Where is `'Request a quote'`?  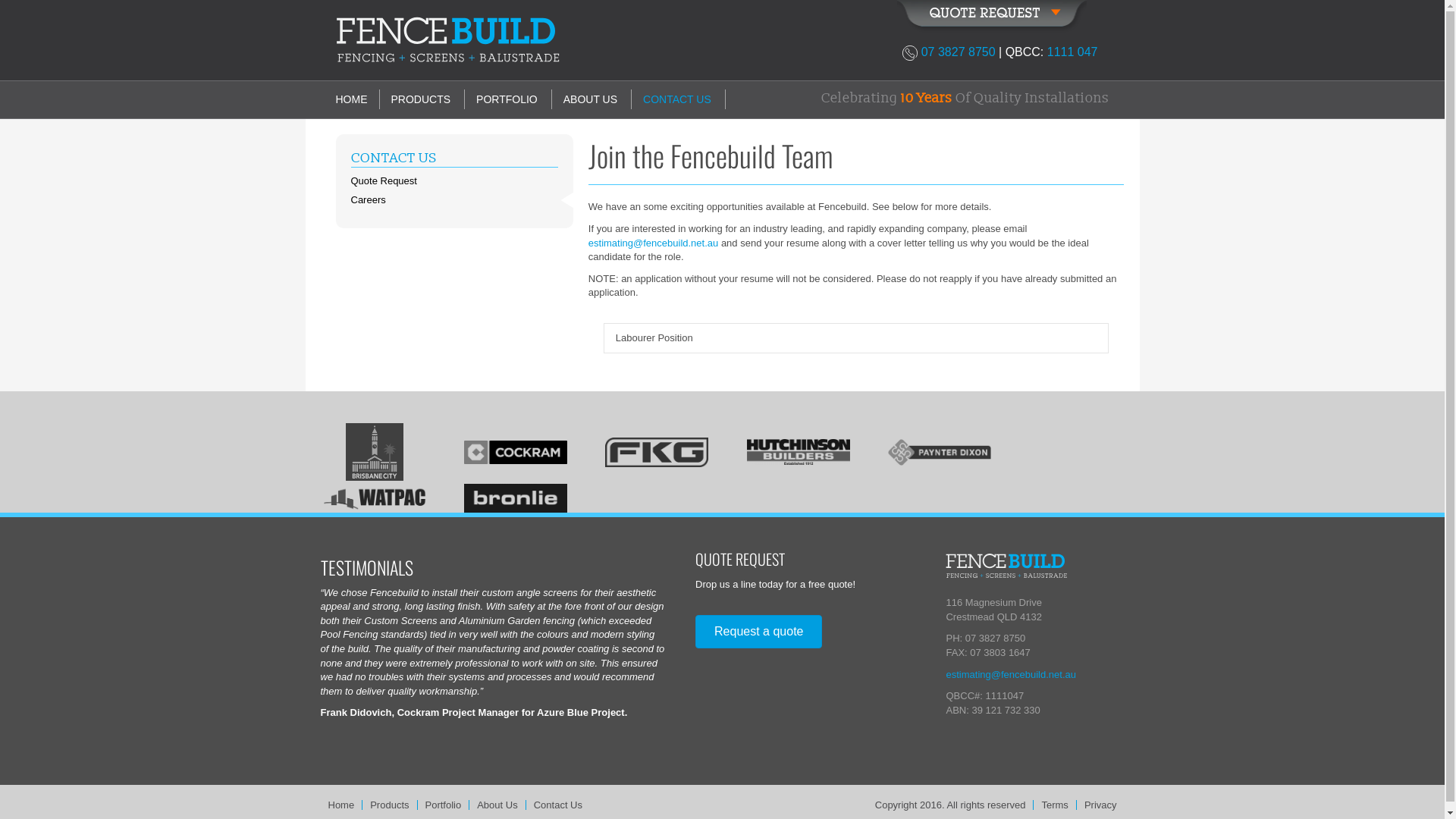 'Request a quote' is located at coordinates (758, 632).